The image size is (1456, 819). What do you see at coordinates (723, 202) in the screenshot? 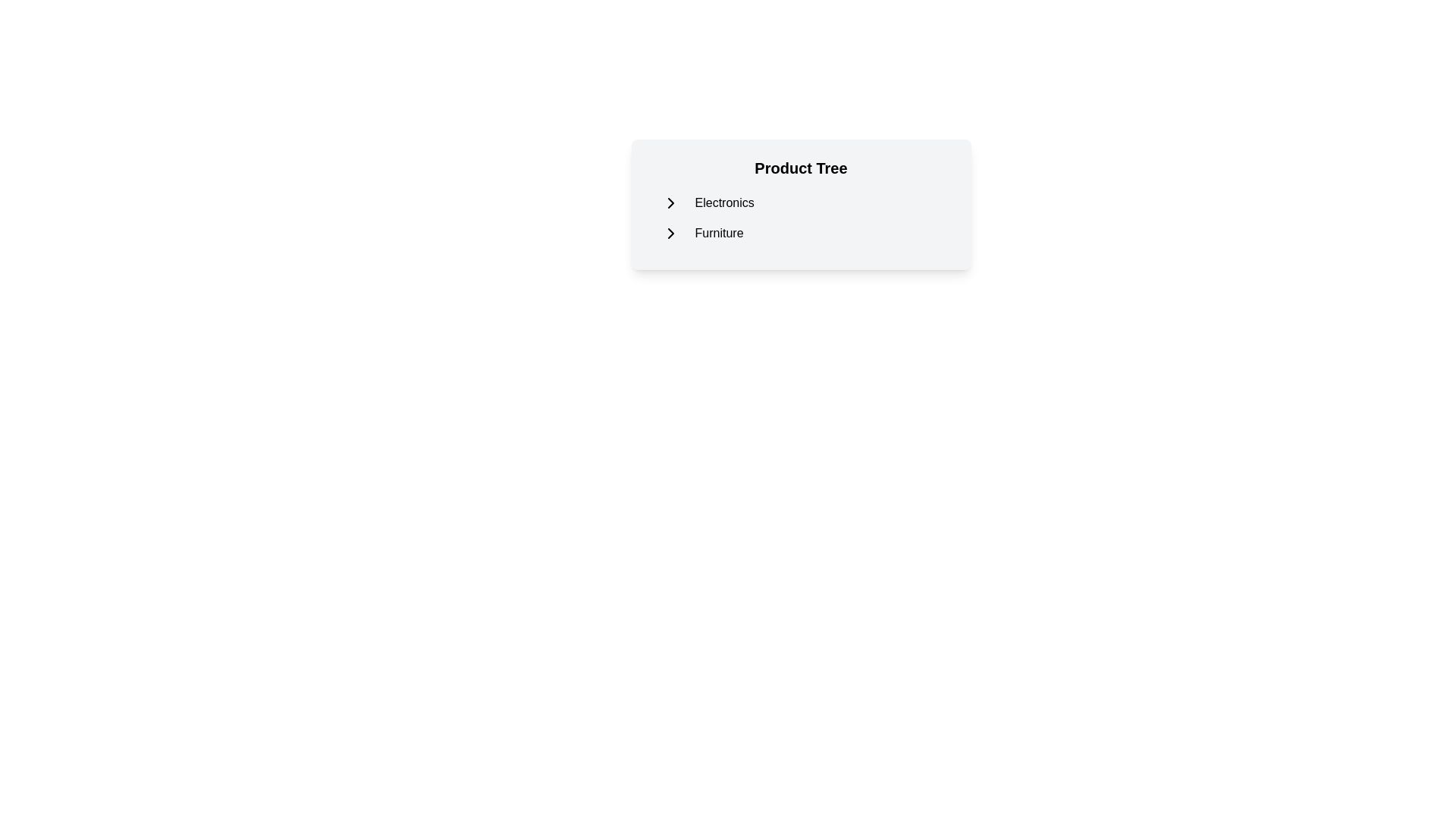
I see `the 'Electronics' button, which is styled with padding and rounded corners, located under the 'Product Tree' heading and to the right of a left-facing chevron icon` at bounding box center [723, 202].